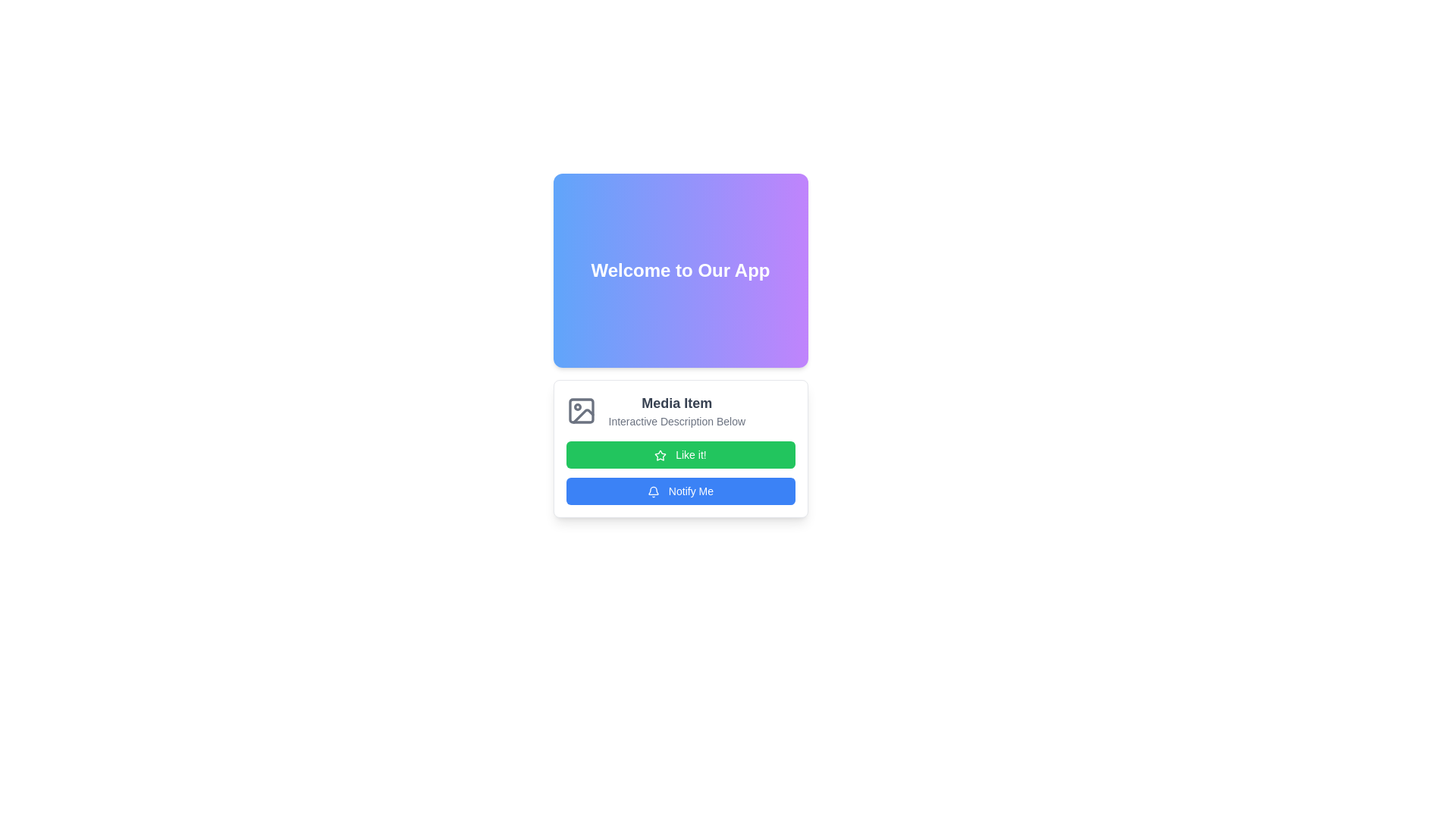 This screenshot has height=819, width=1456. I want to click on the 'Like' button located at the first interactive component below the 'Media Item' description, so click(679, 447).